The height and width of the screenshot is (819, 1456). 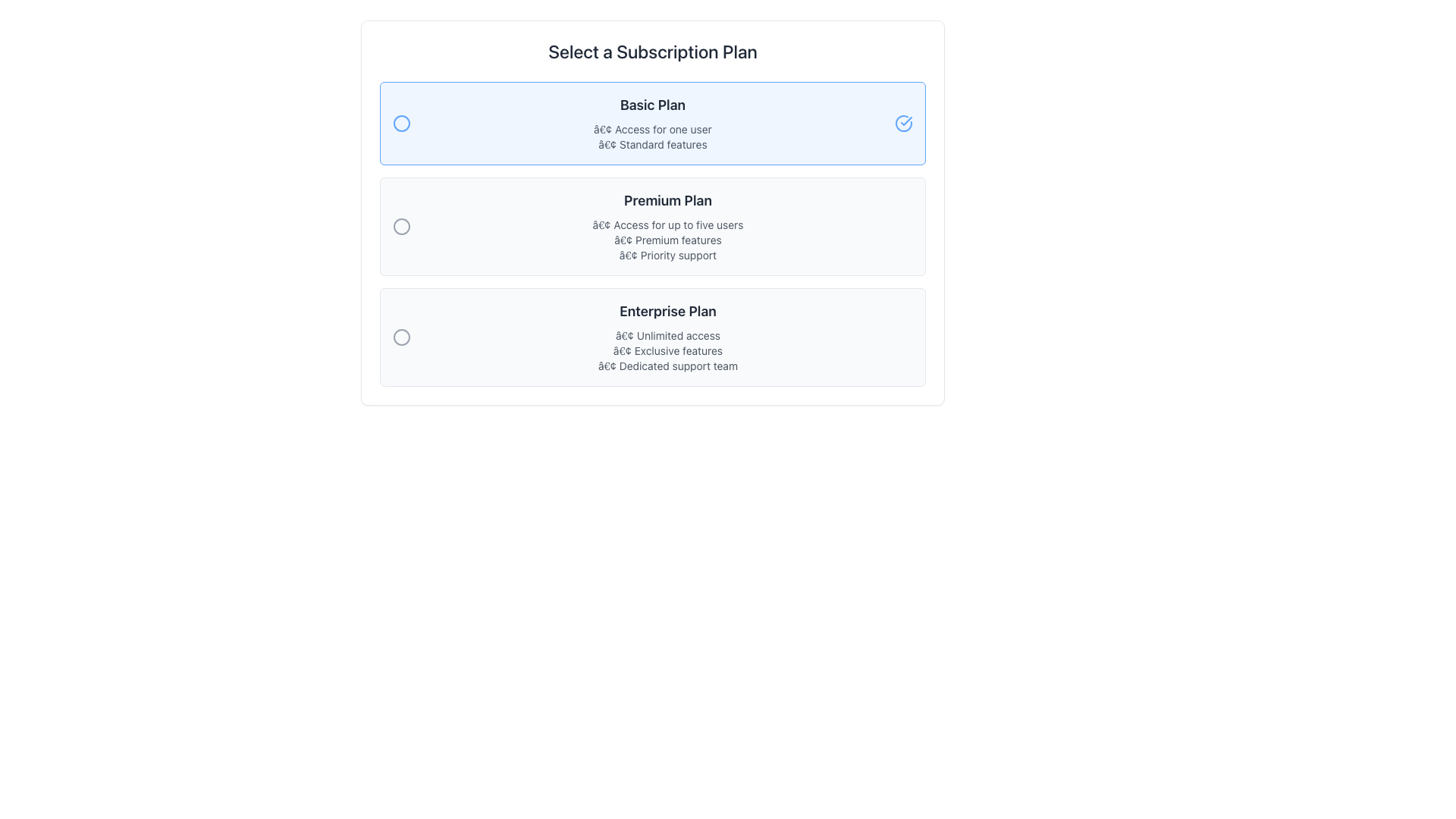 What do you see at coordinates (667, 366) in the screenshot?
I see `the informational text label that describes the features included in the 'Enterprise Plan' subscription, which is the third item in the list of benefits` at bounding box center [667, 366].